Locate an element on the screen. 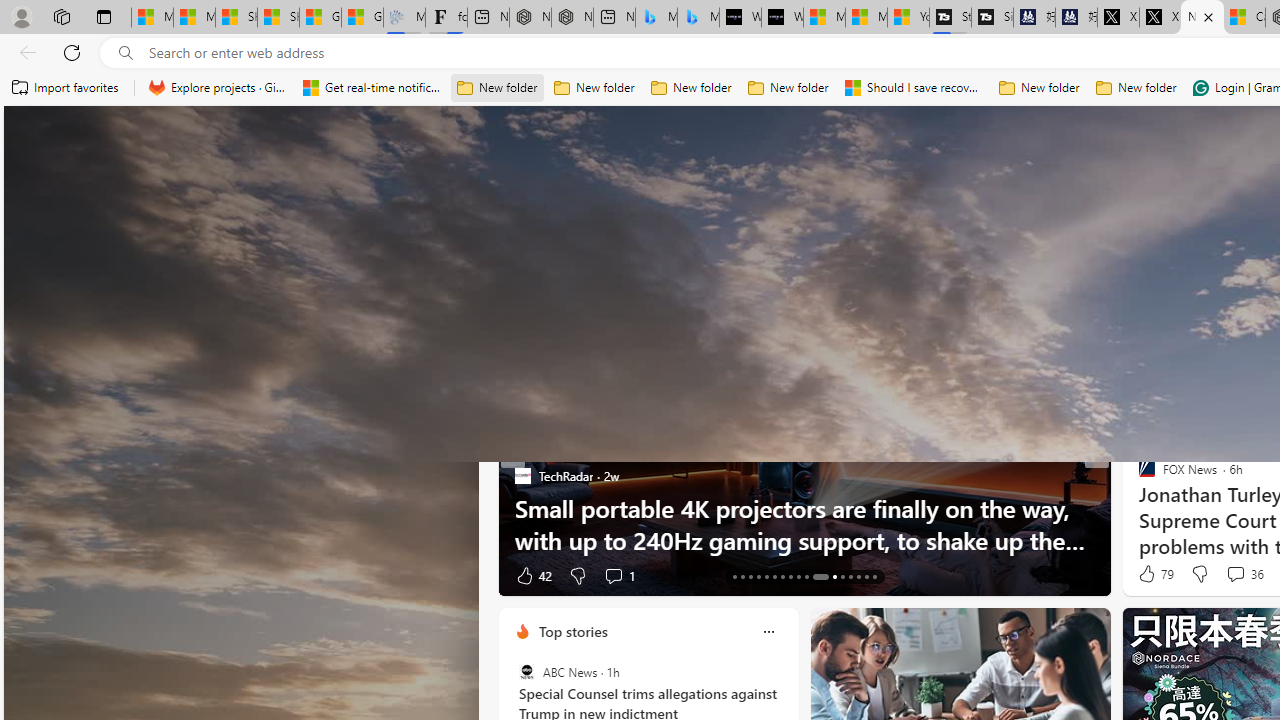  '4 Like' is located at coordinates (1145, 575).